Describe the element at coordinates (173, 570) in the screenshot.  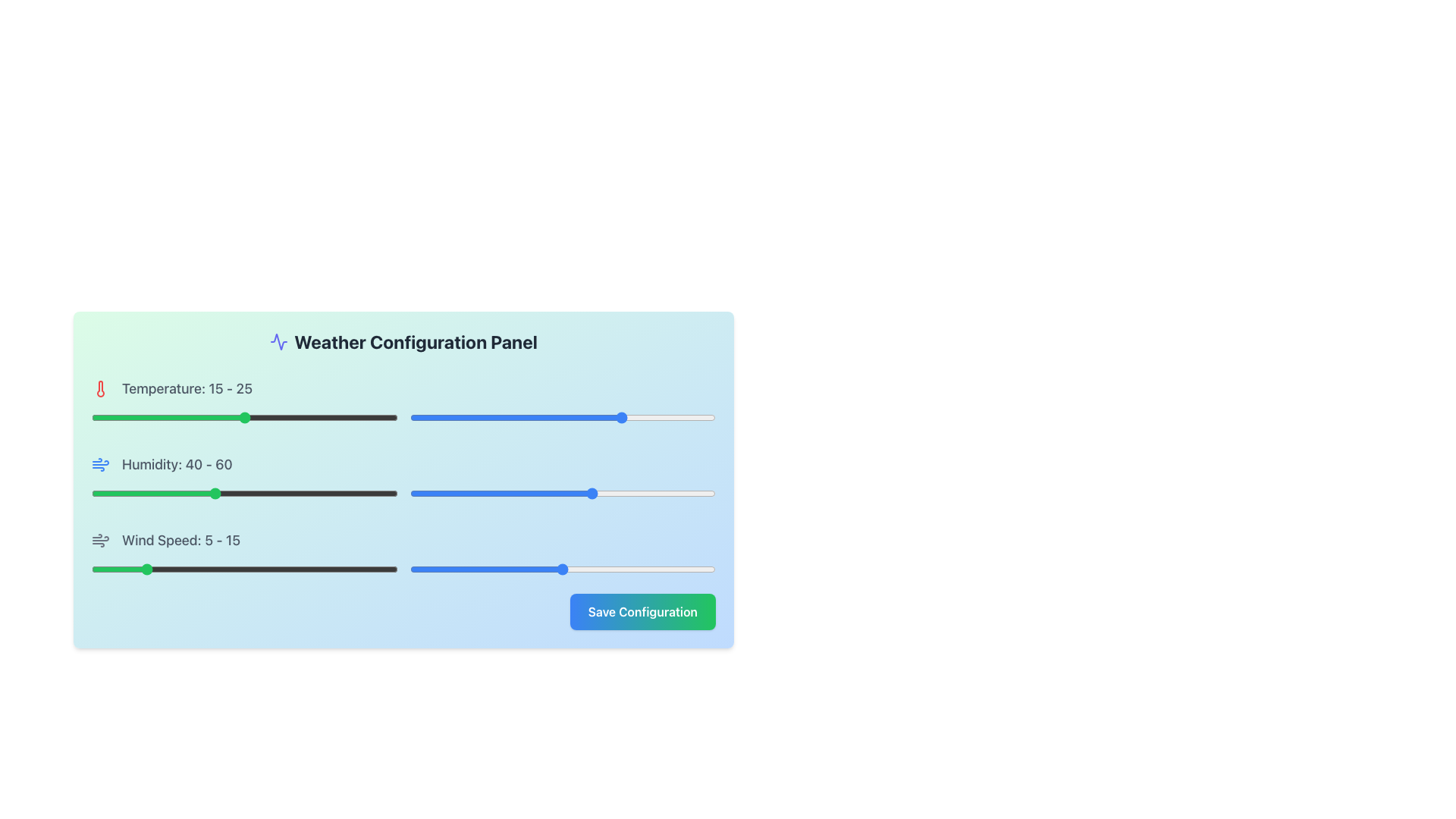
I see `the start value of the wind speed range` at that location.